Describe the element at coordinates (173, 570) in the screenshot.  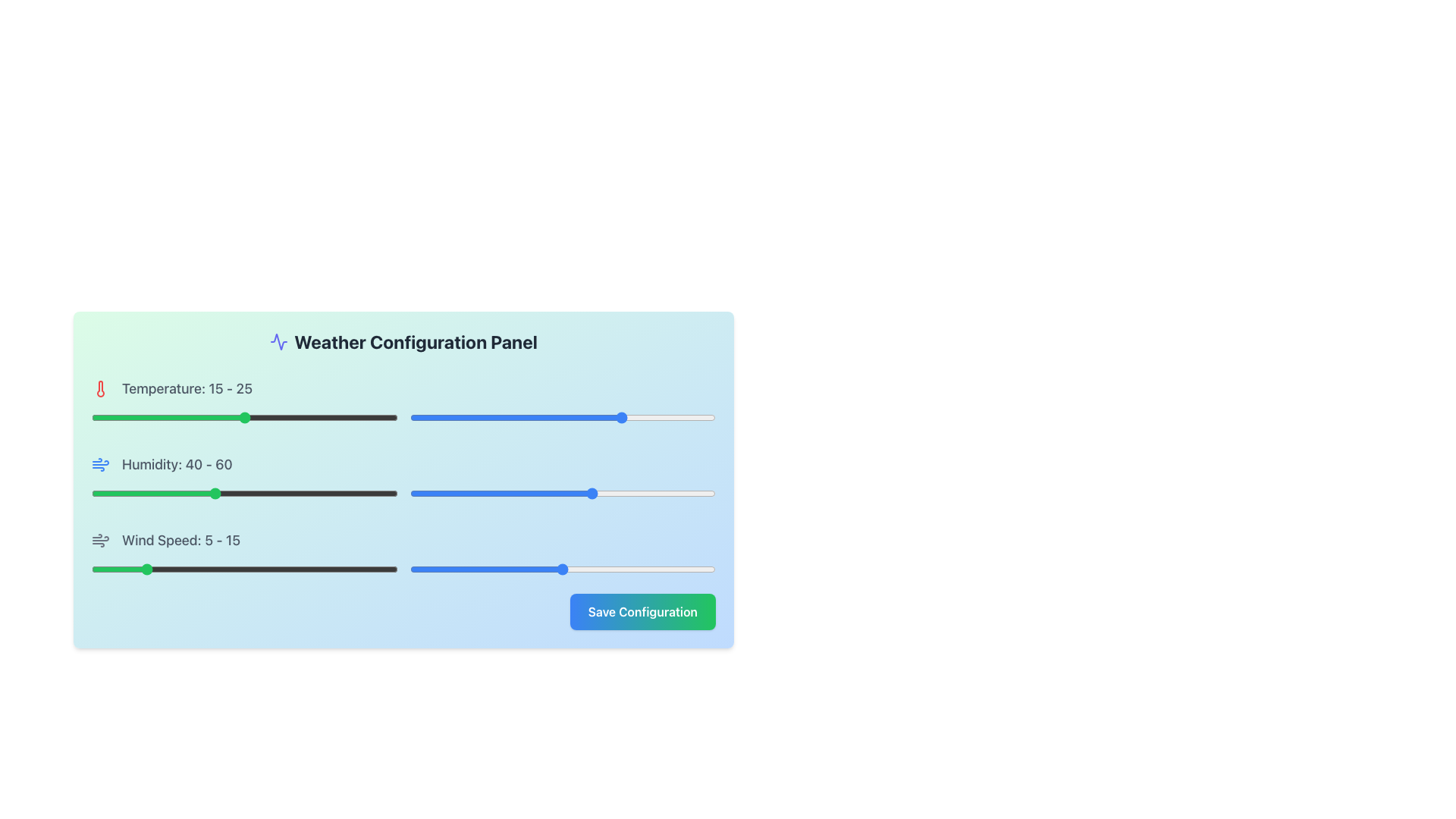
I see `the start value of the wind speed range` at that location.